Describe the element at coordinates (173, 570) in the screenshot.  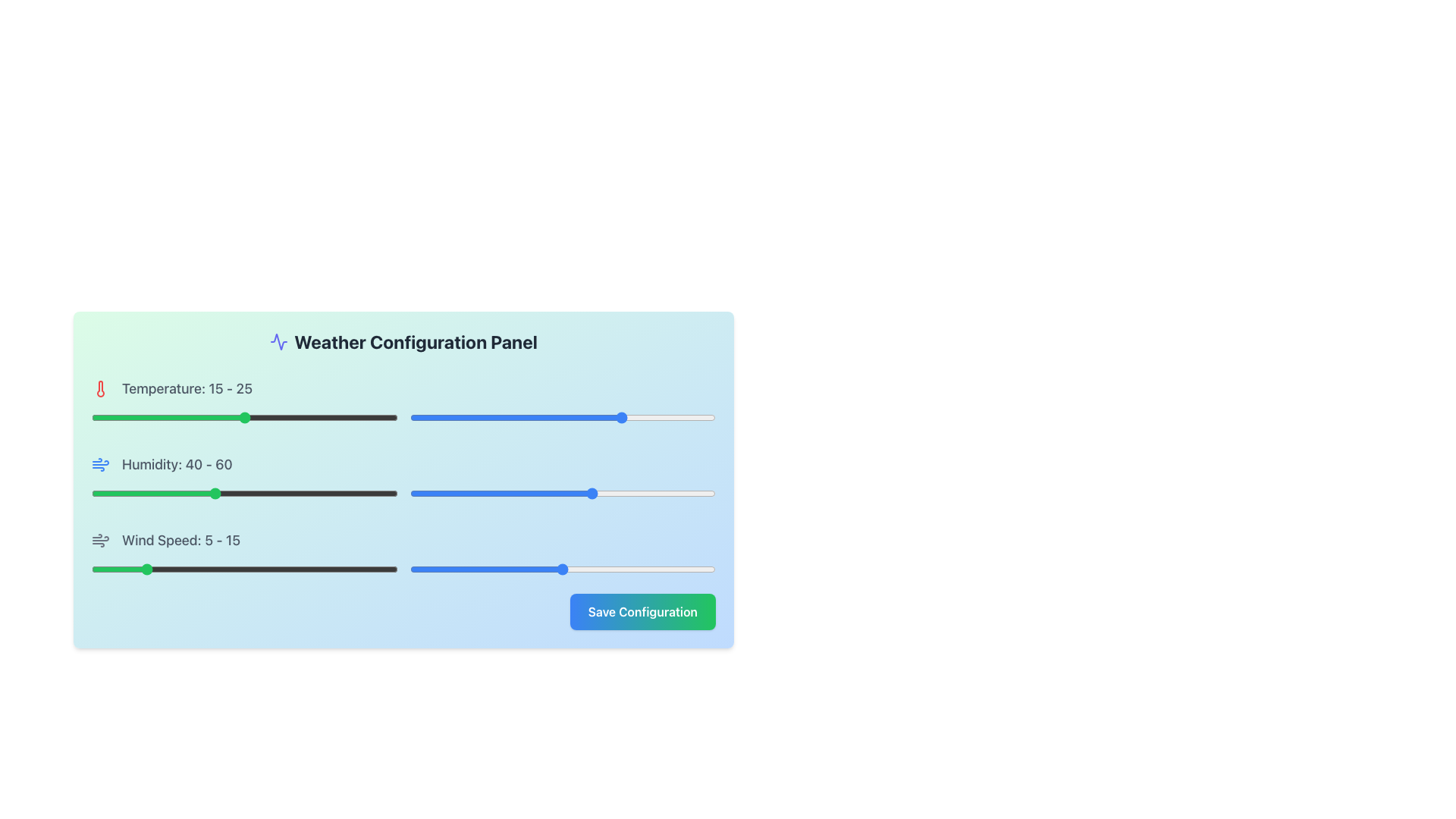
I see `the start value of the wind speed range` at that location.